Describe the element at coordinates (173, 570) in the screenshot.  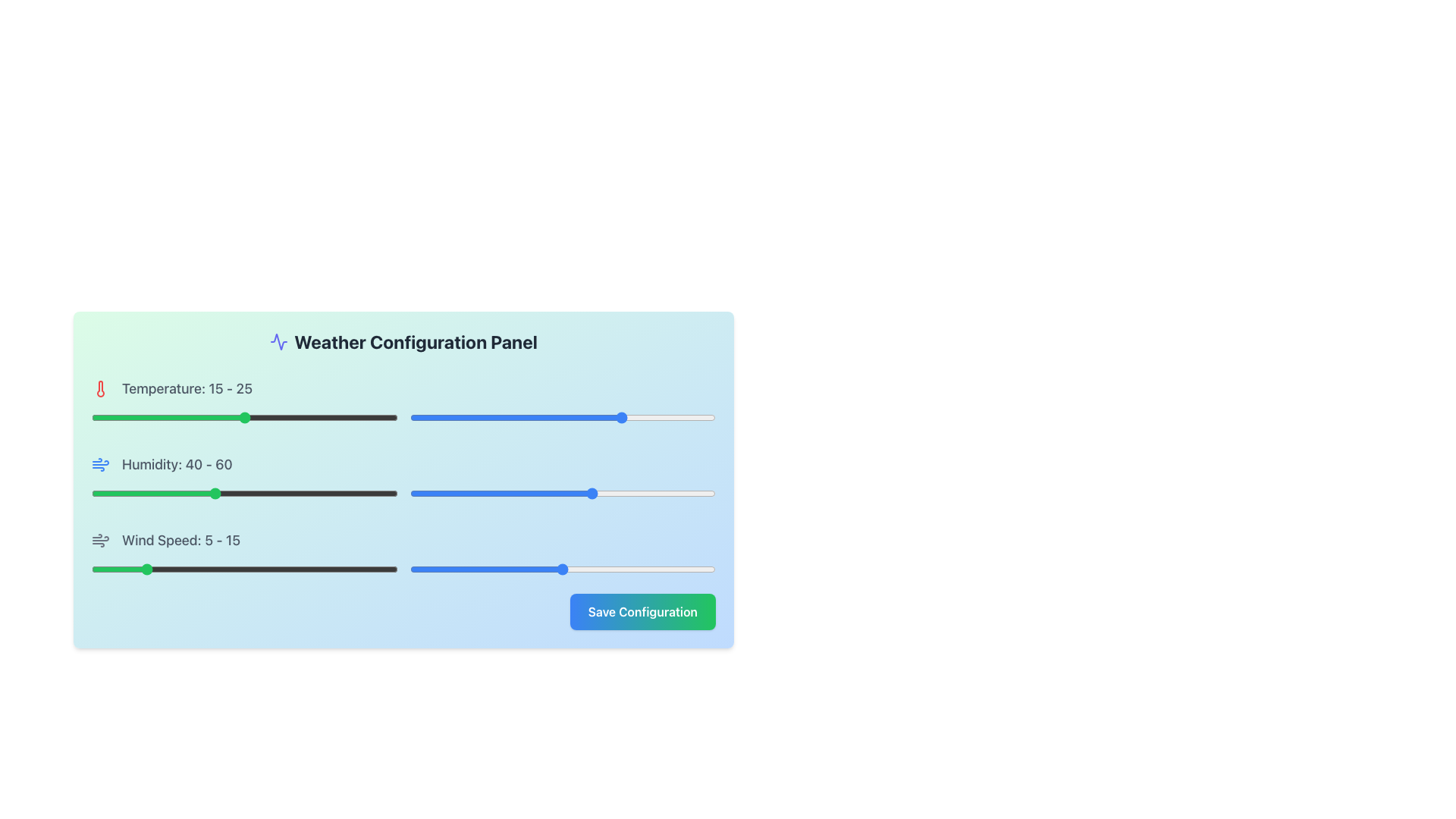
I see `the start value of the wind speed range` at that location.